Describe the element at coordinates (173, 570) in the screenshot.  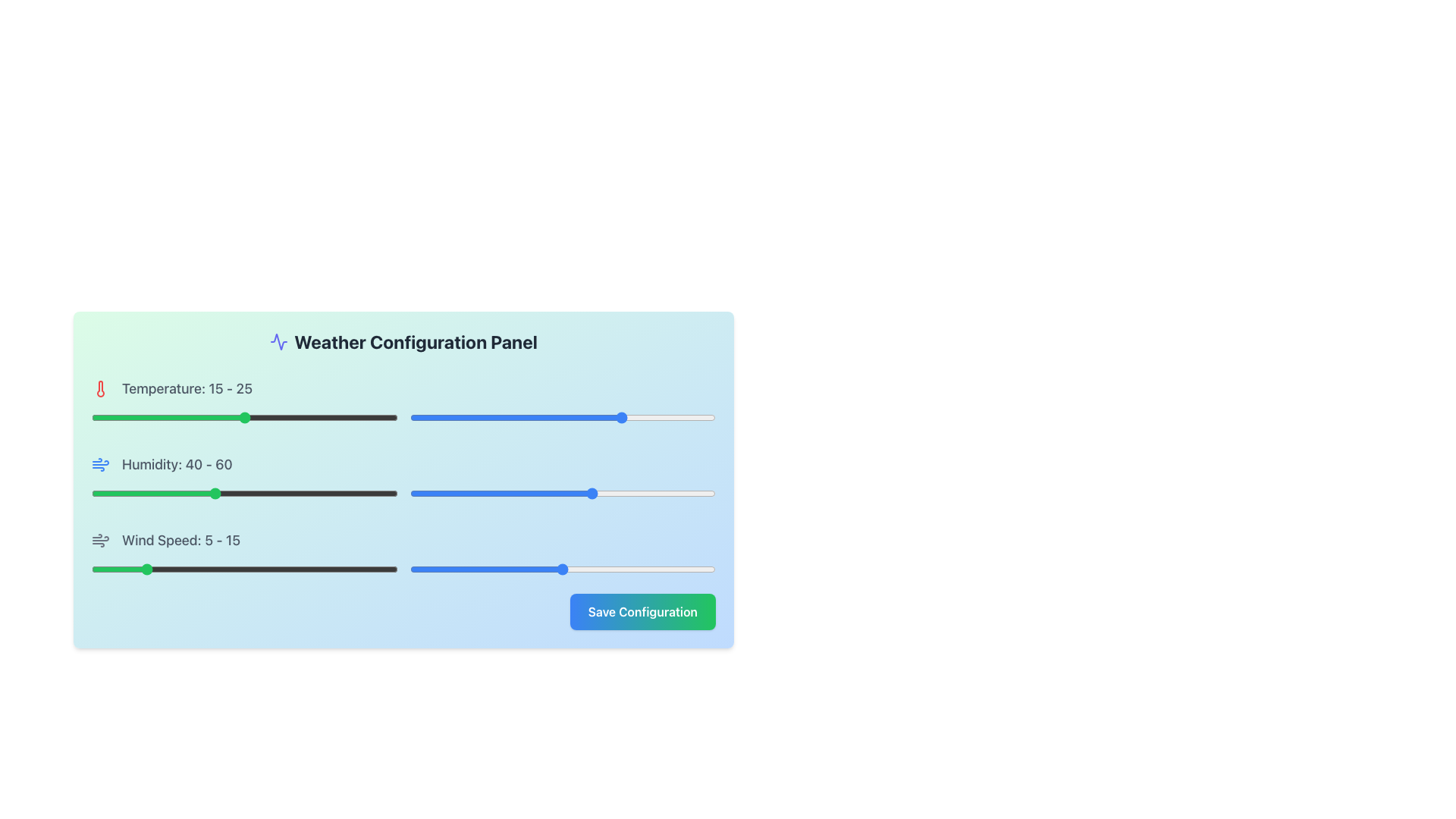
I see `the start value of the wind speed range` at that location.